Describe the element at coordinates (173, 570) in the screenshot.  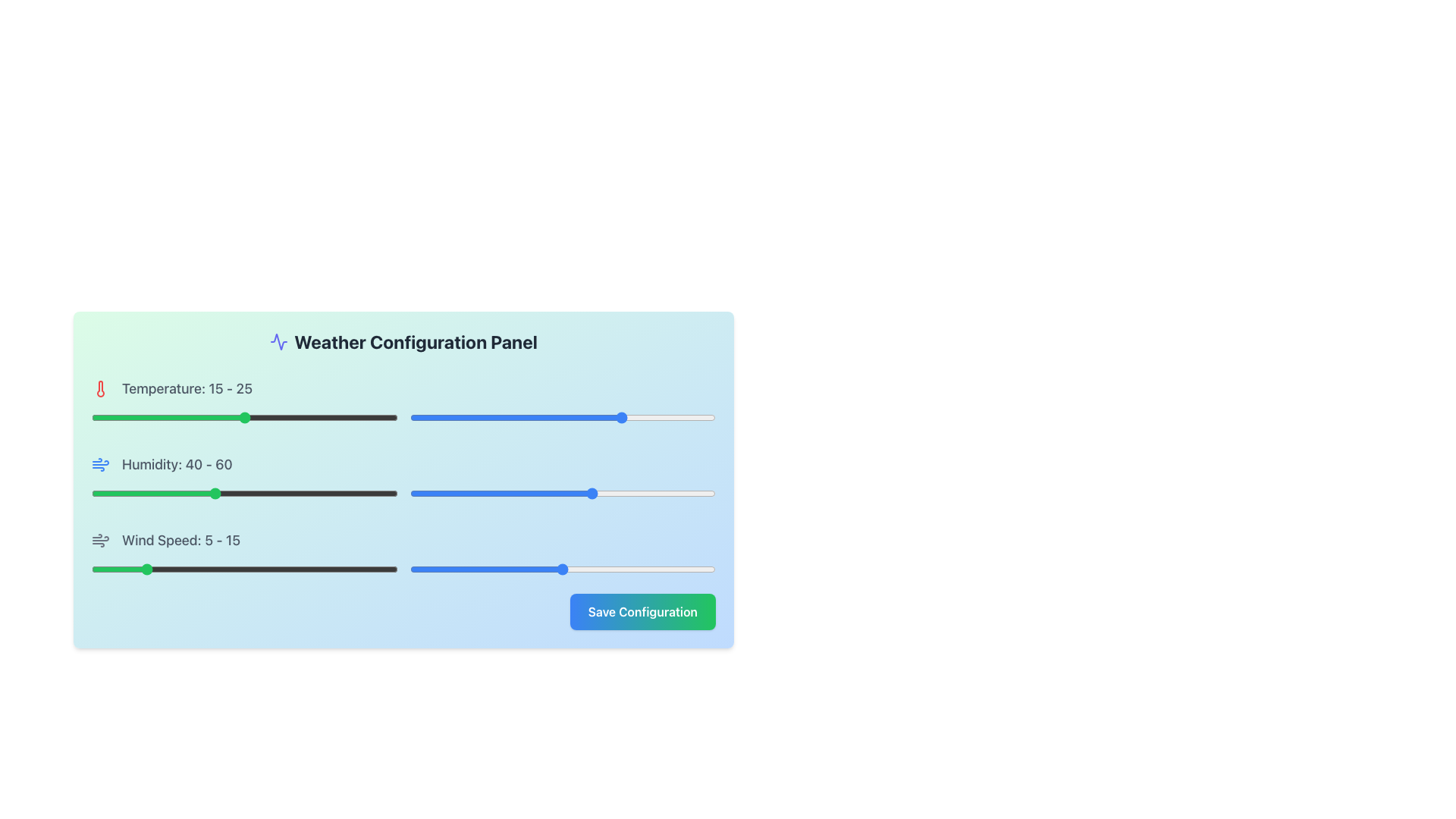
I see `the start value of the wind speed range` at that location.